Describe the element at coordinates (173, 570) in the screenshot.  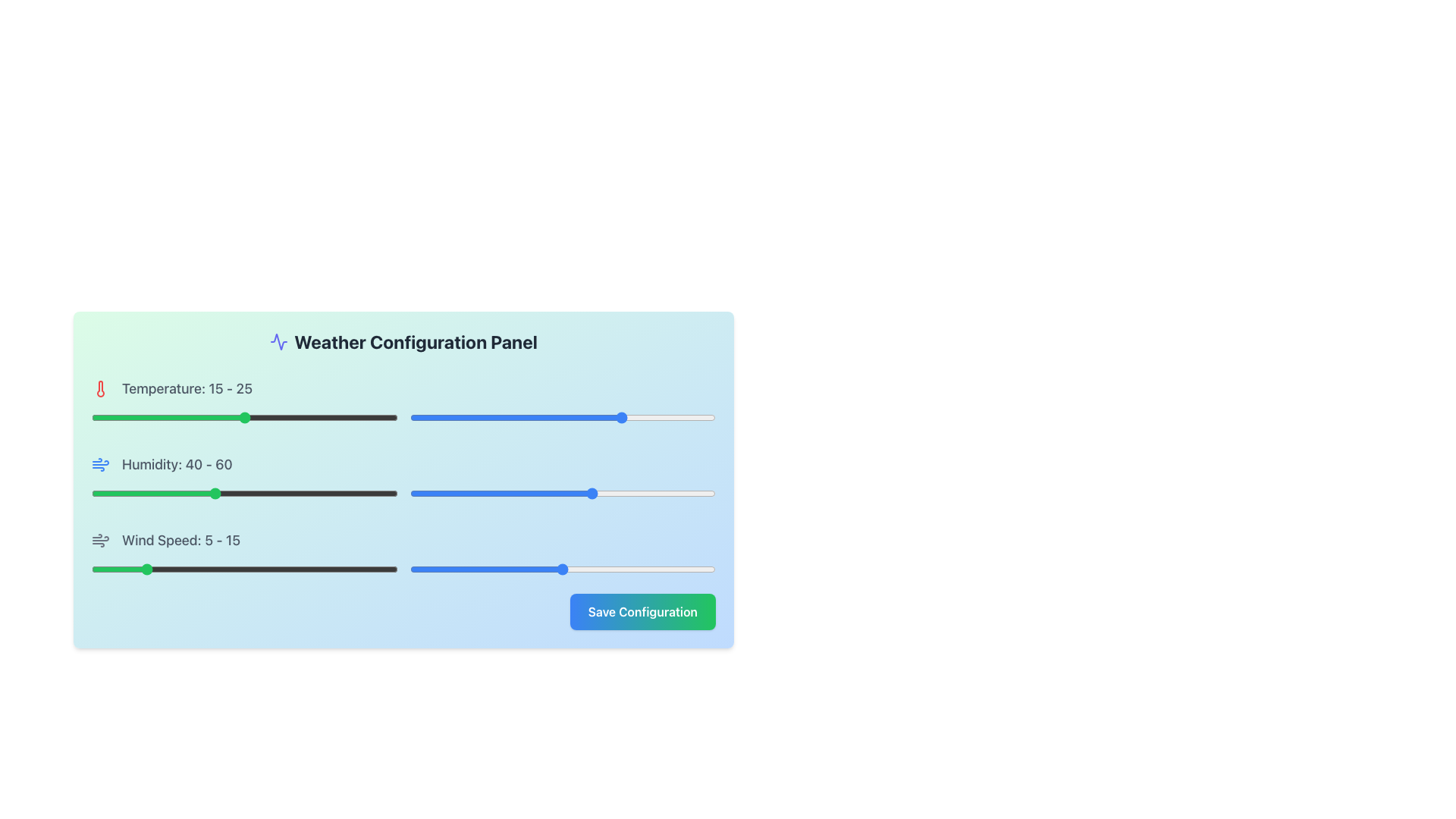
I see `the start value of the wind speed range` at that location.